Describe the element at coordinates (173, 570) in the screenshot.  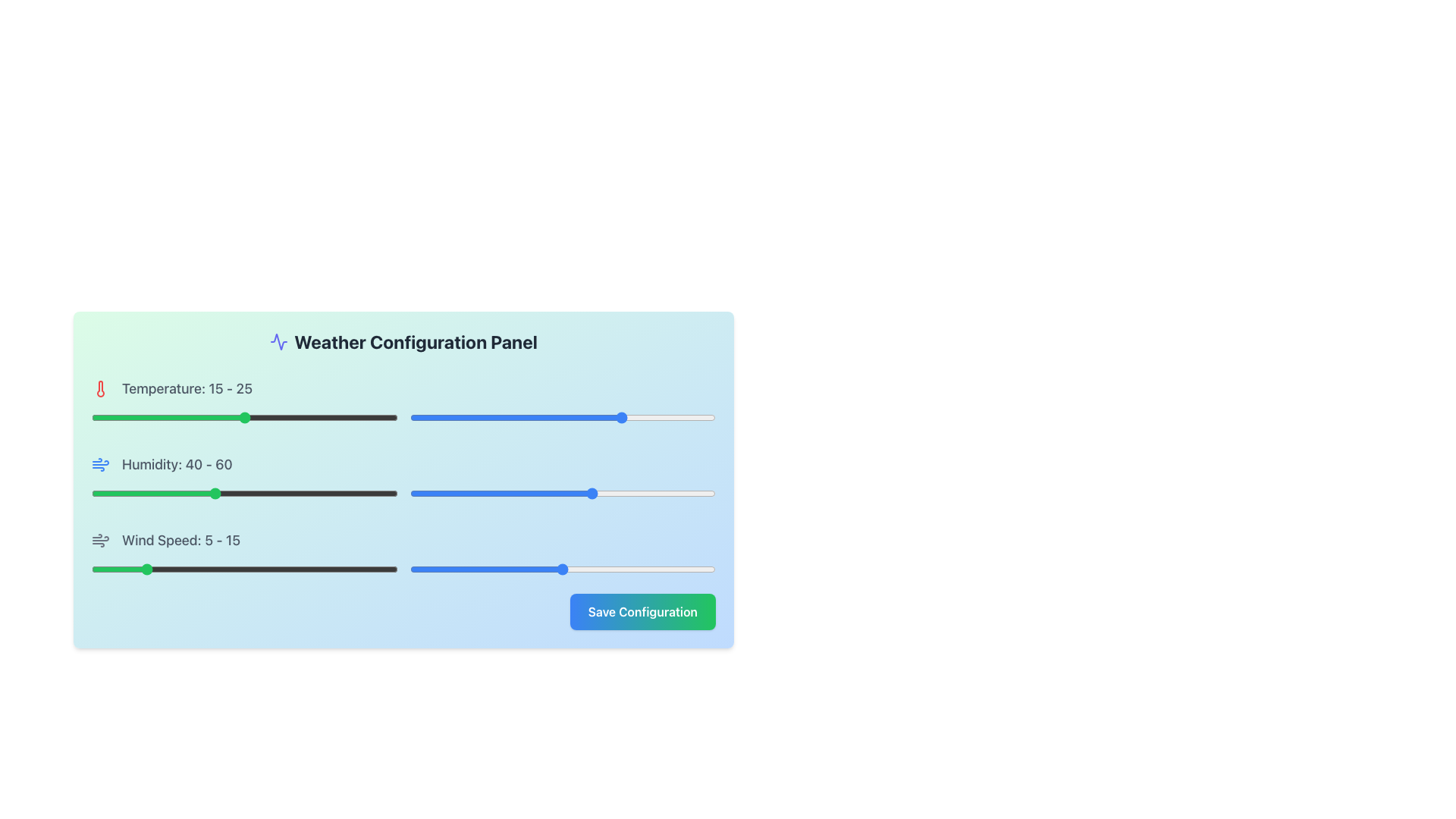
I see `the start value of the wind speed range` at that location.